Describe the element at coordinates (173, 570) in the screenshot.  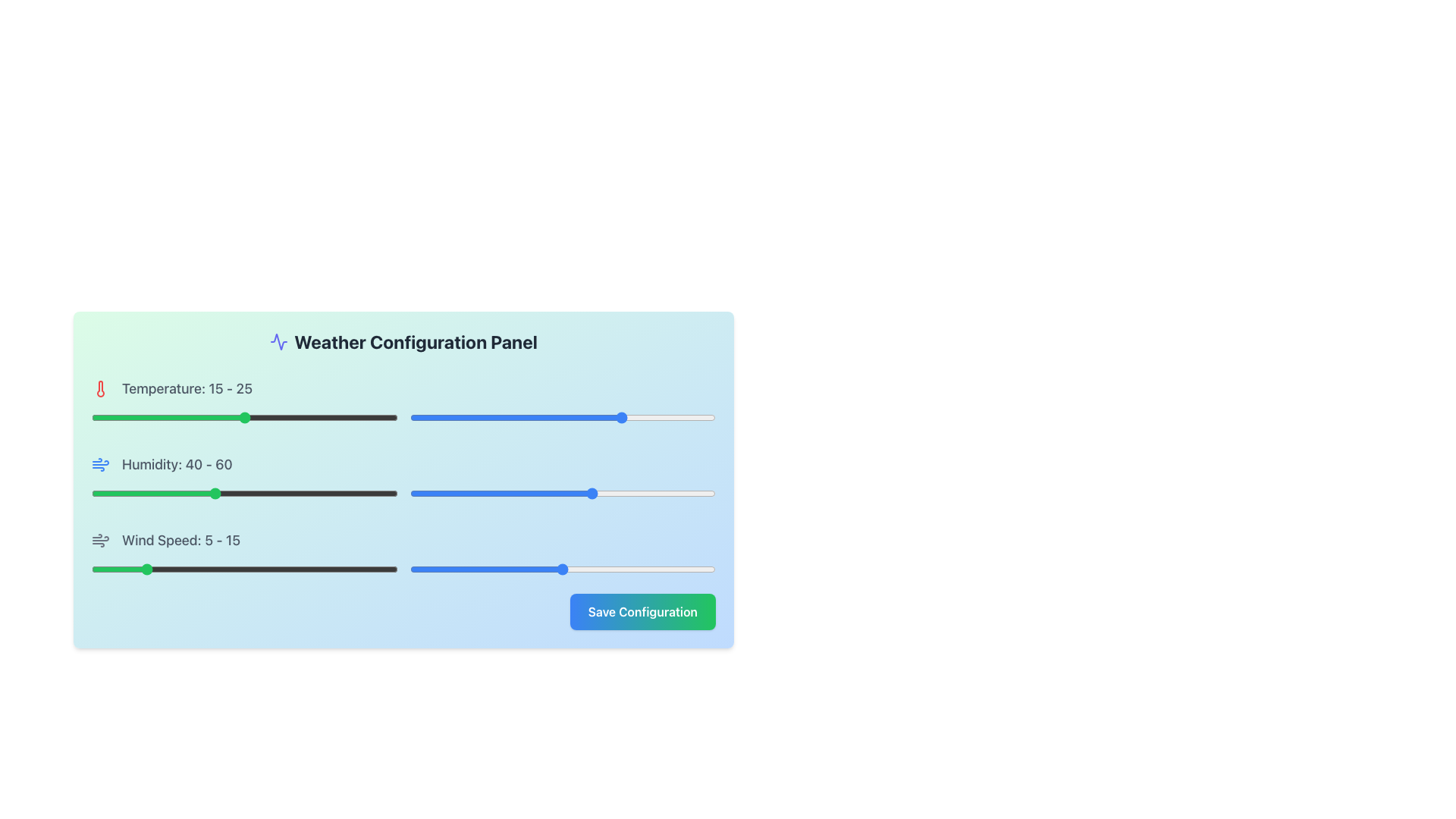
I see `the start value of the wind speed range` at that location.